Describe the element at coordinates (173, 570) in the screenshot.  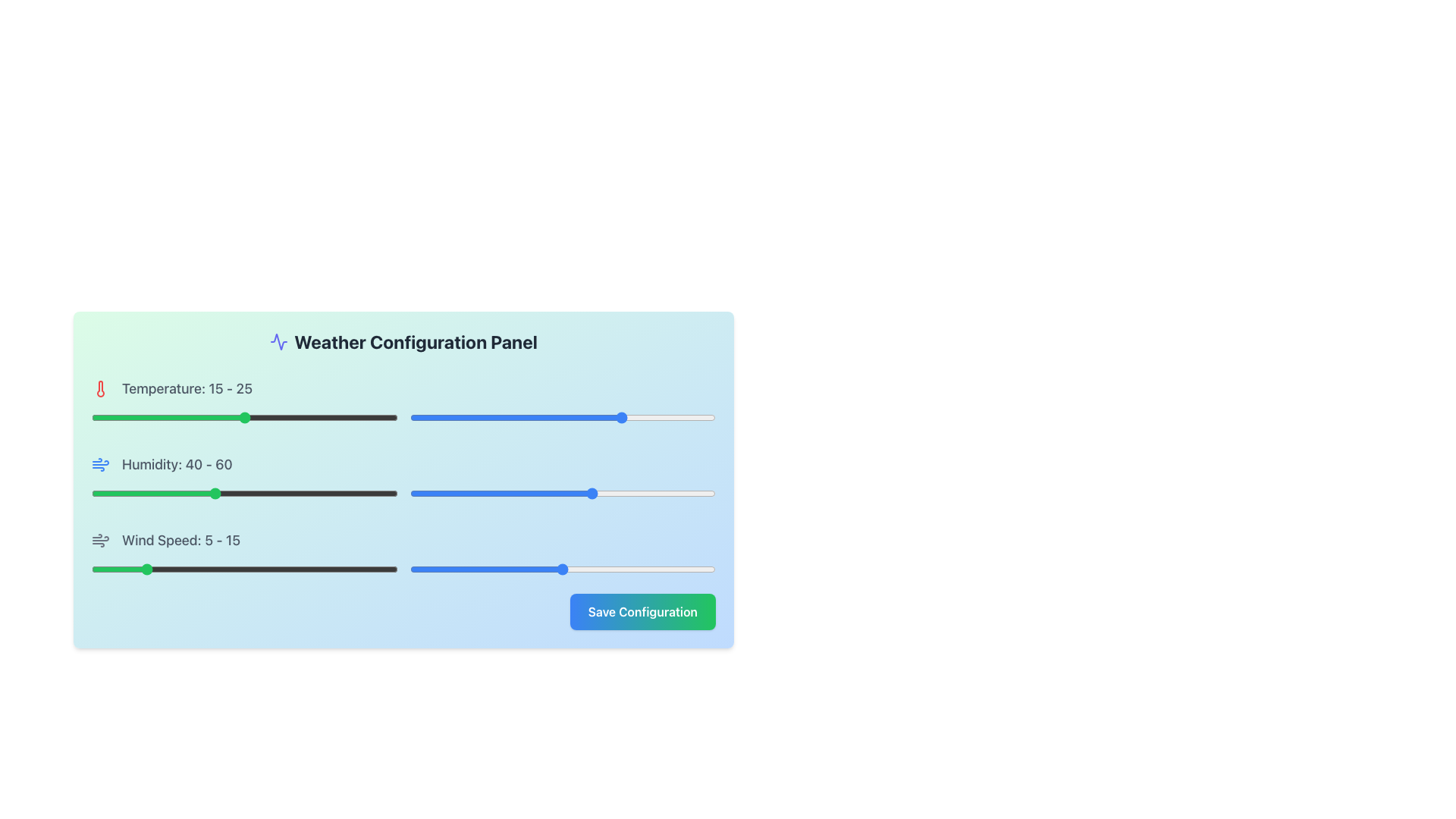
I see `the start value of the wind speed range` at that location.